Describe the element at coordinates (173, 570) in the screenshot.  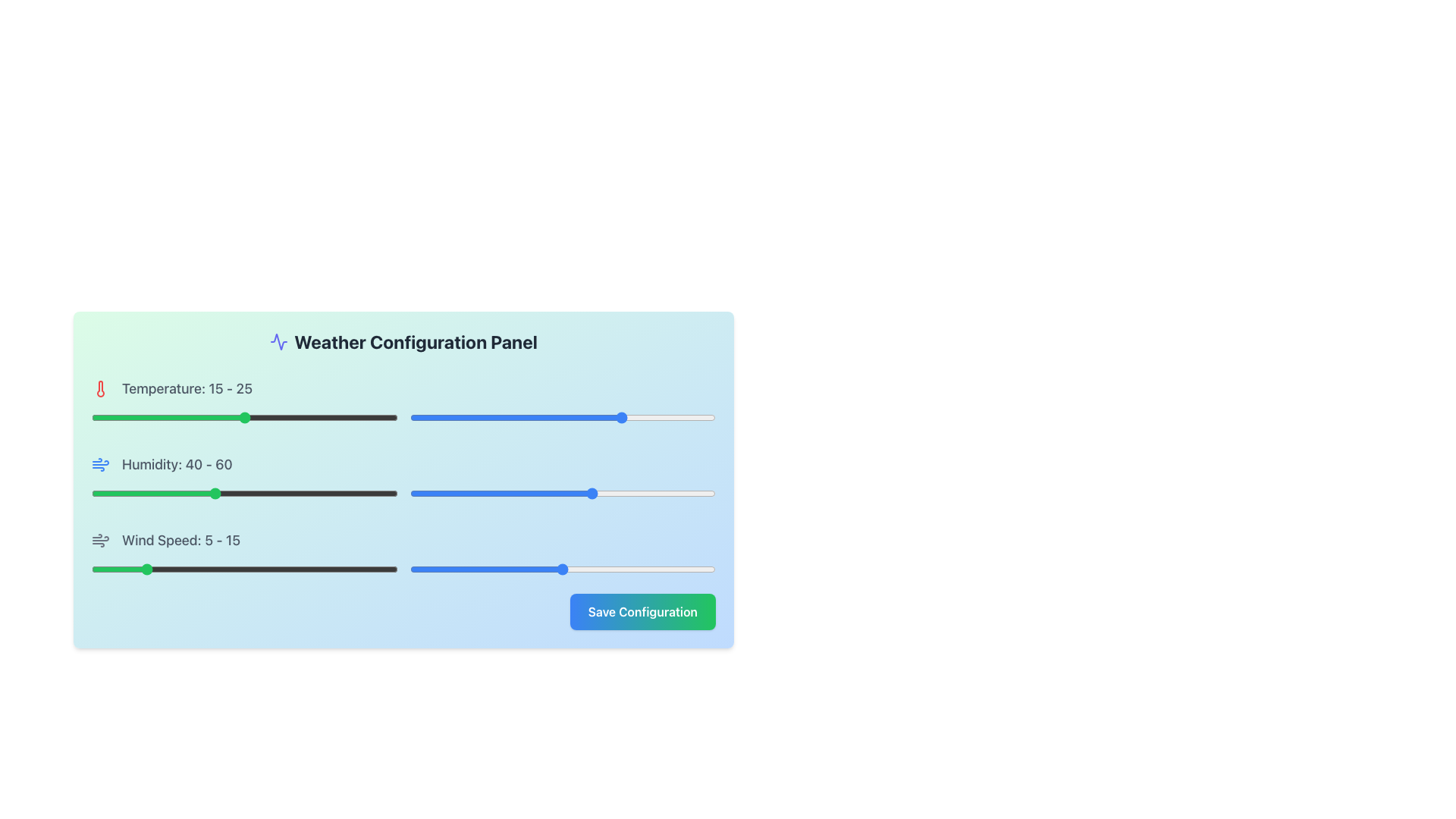
I see `the start value of the wind speed range` at that location.